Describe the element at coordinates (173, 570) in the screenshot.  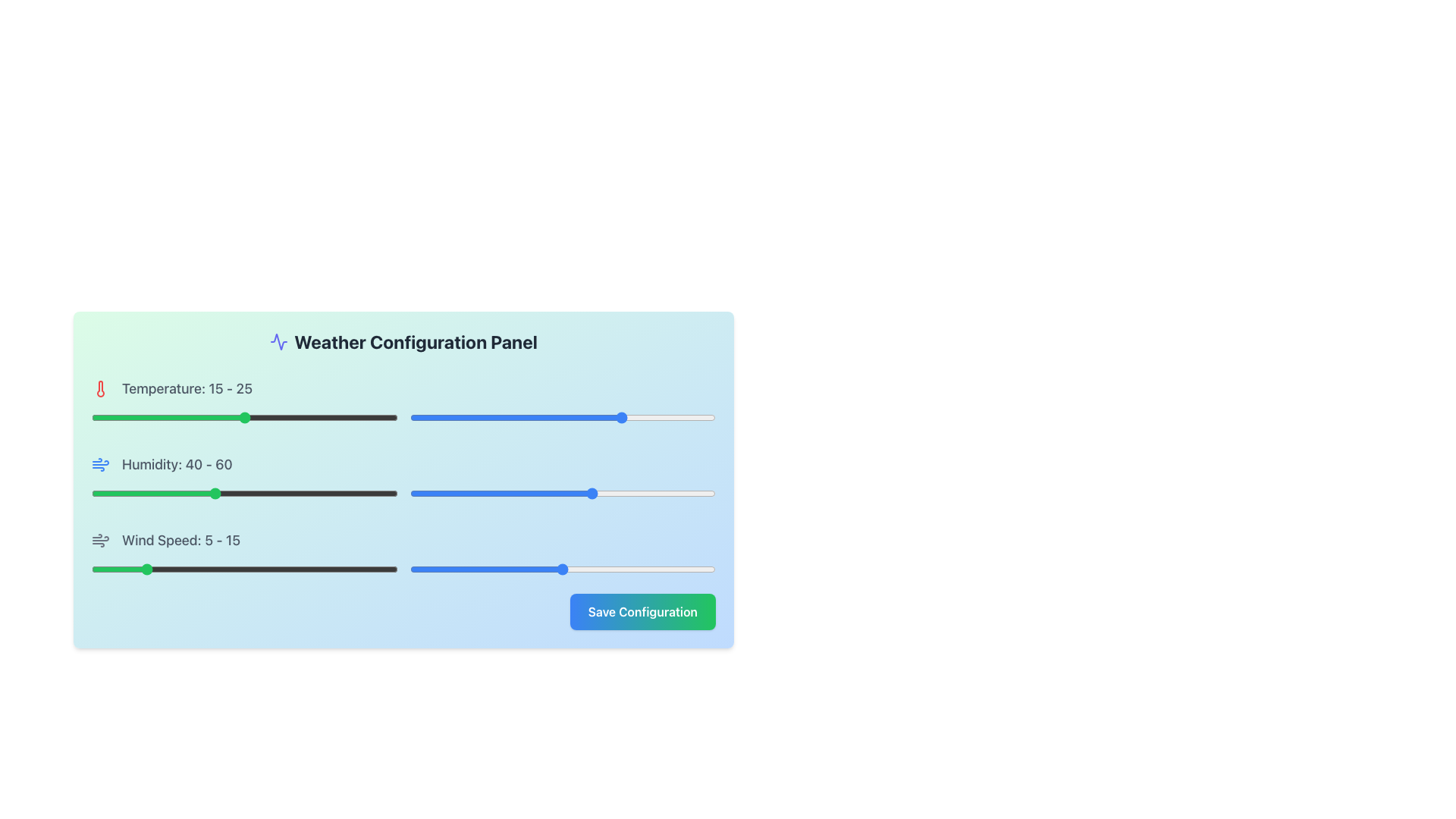
I see `the start value of the wind speed range` at that location.